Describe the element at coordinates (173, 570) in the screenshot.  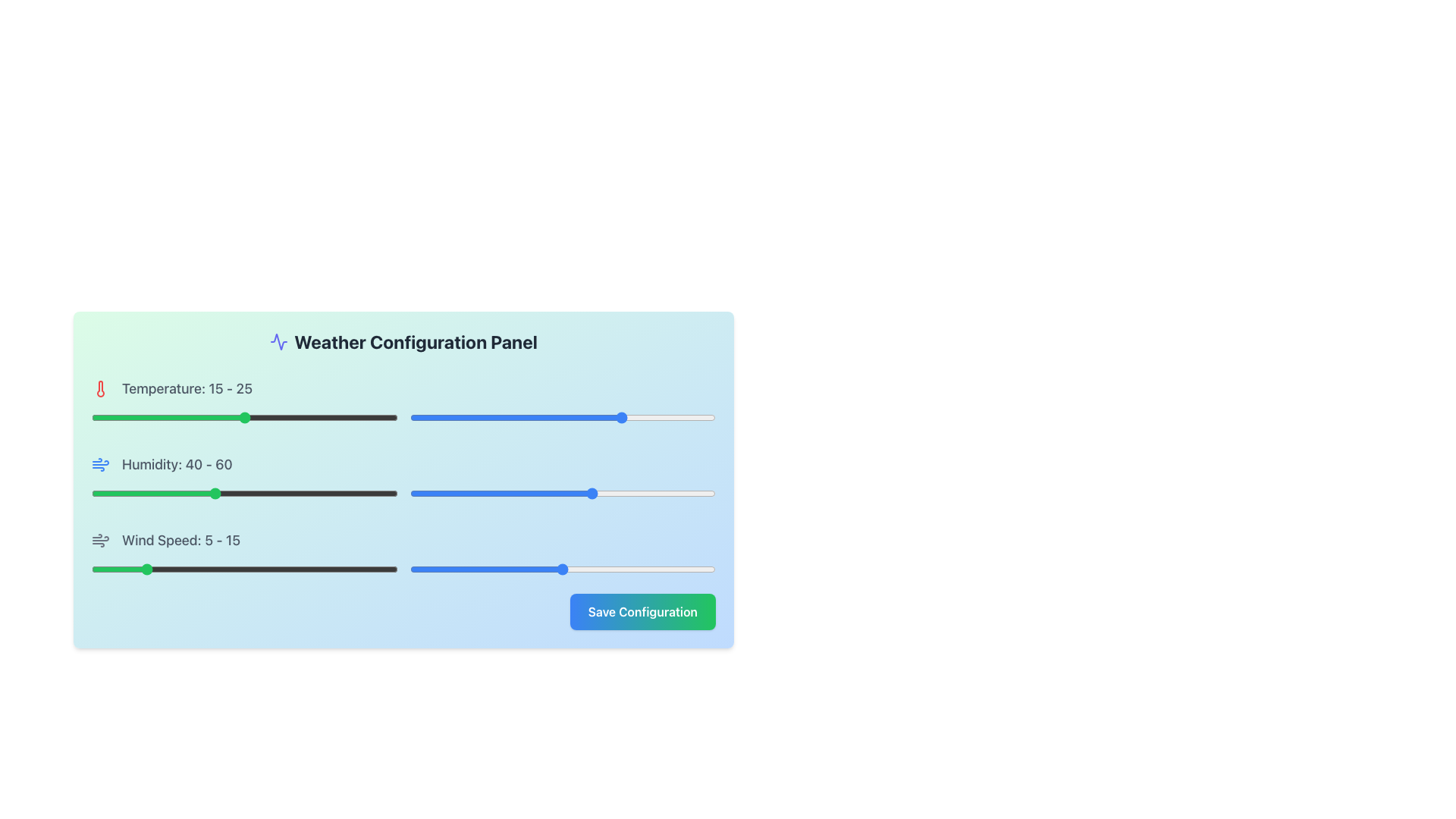
I see `the start value of the wind speed range` at that location.